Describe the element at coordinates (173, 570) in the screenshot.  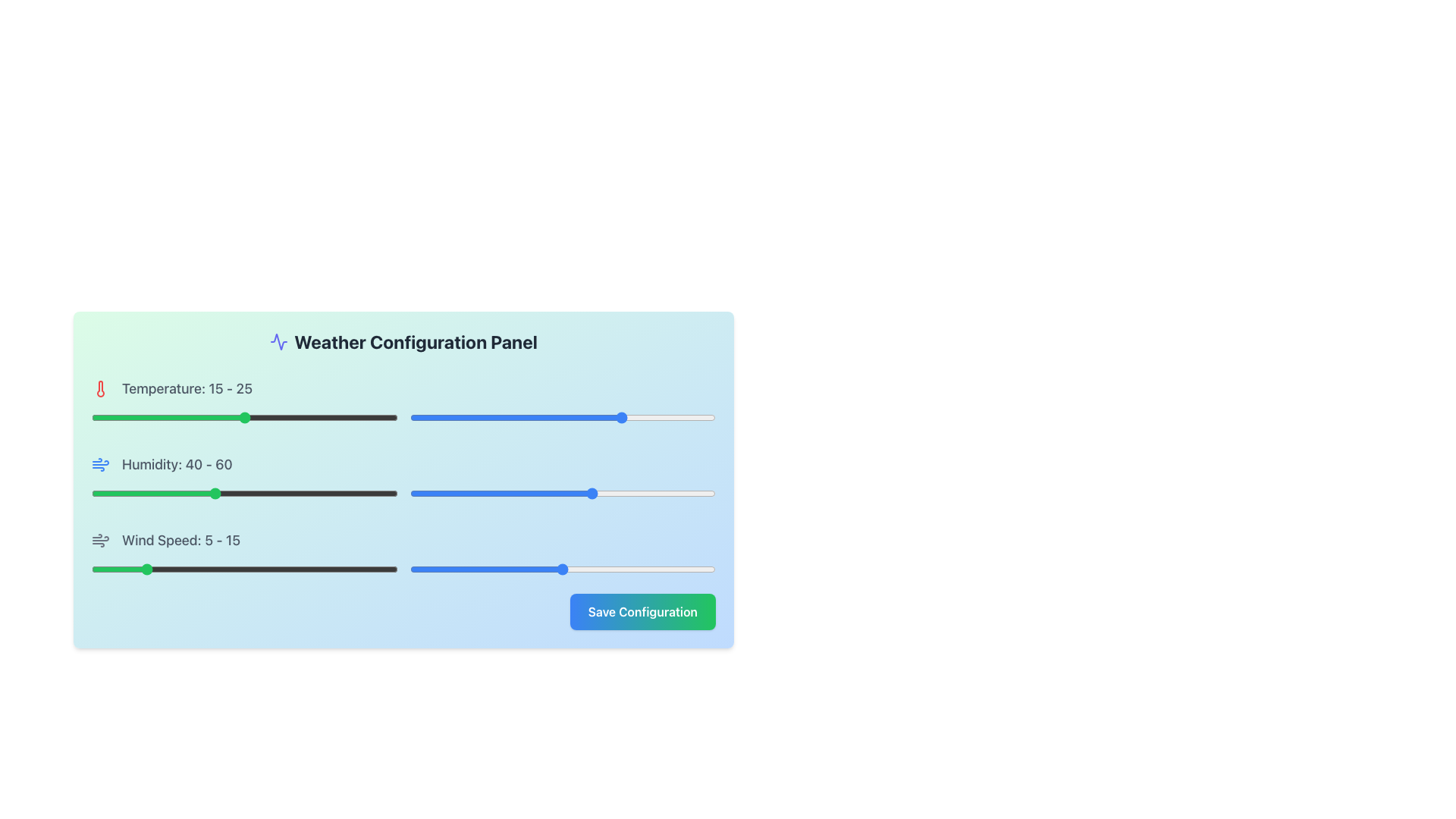
I see `the start value of the wind speed range` at that location.